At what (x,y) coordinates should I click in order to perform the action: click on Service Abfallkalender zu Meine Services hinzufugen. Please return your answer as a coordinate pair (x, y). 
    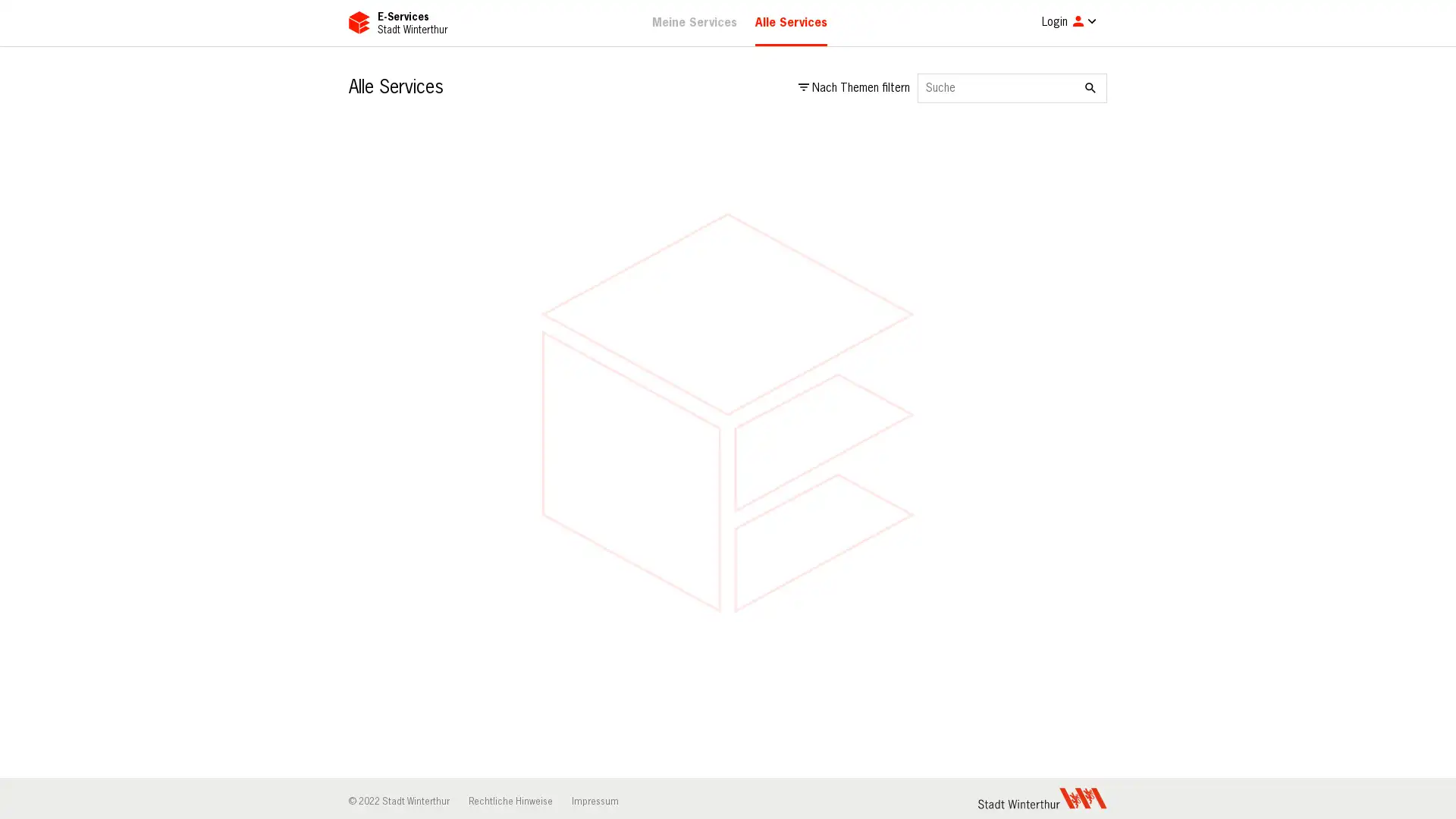
    Looking at the image, I should click on (568, 154).